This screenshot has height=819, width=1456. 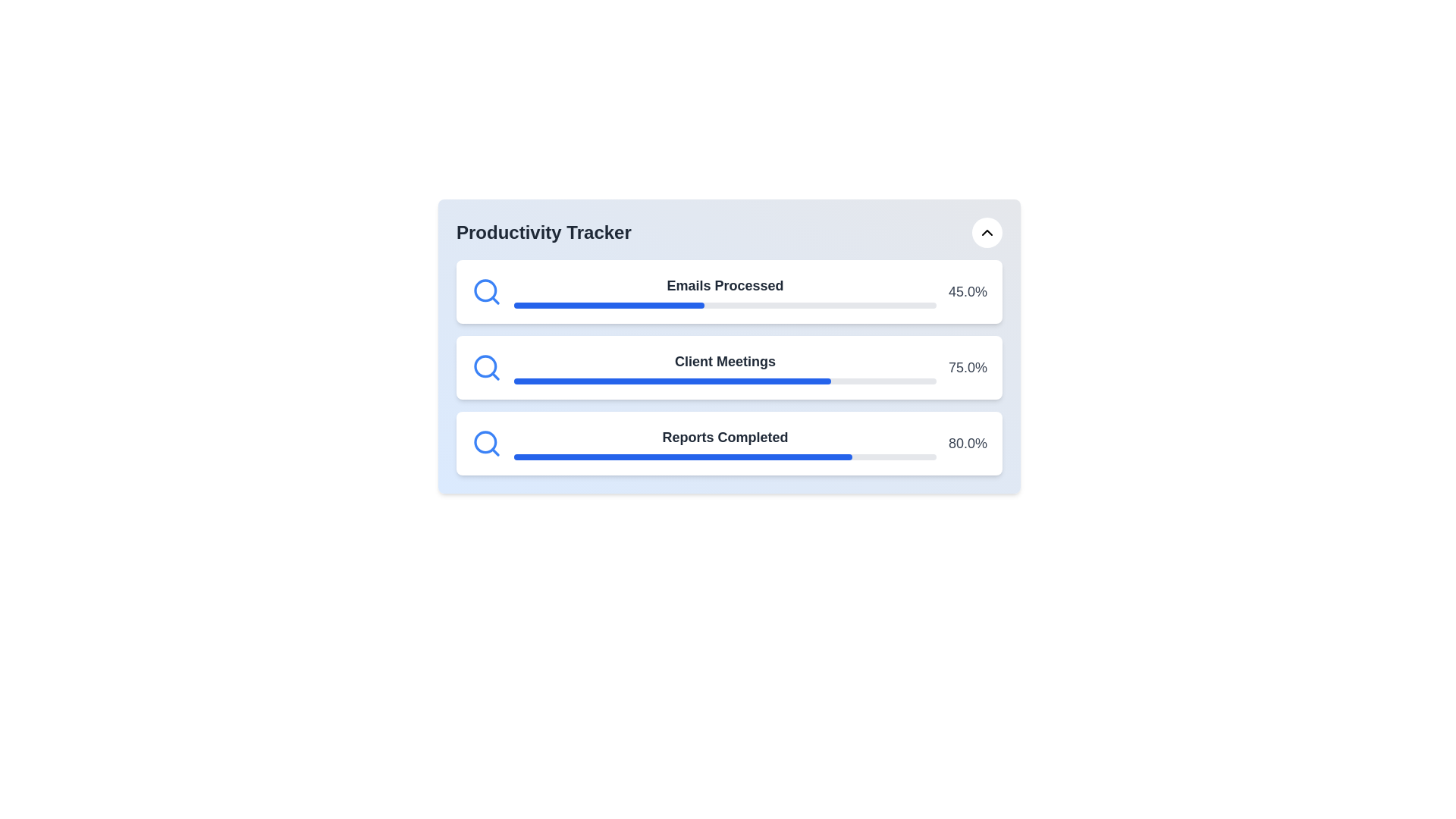 What do you see at coordinates (729, 292) in the screenshot?
I see `the Progress display card to visualize the progress in the bar, which is the first card in a vertical stack located near the top of the list` at bounding box center [729, 292].